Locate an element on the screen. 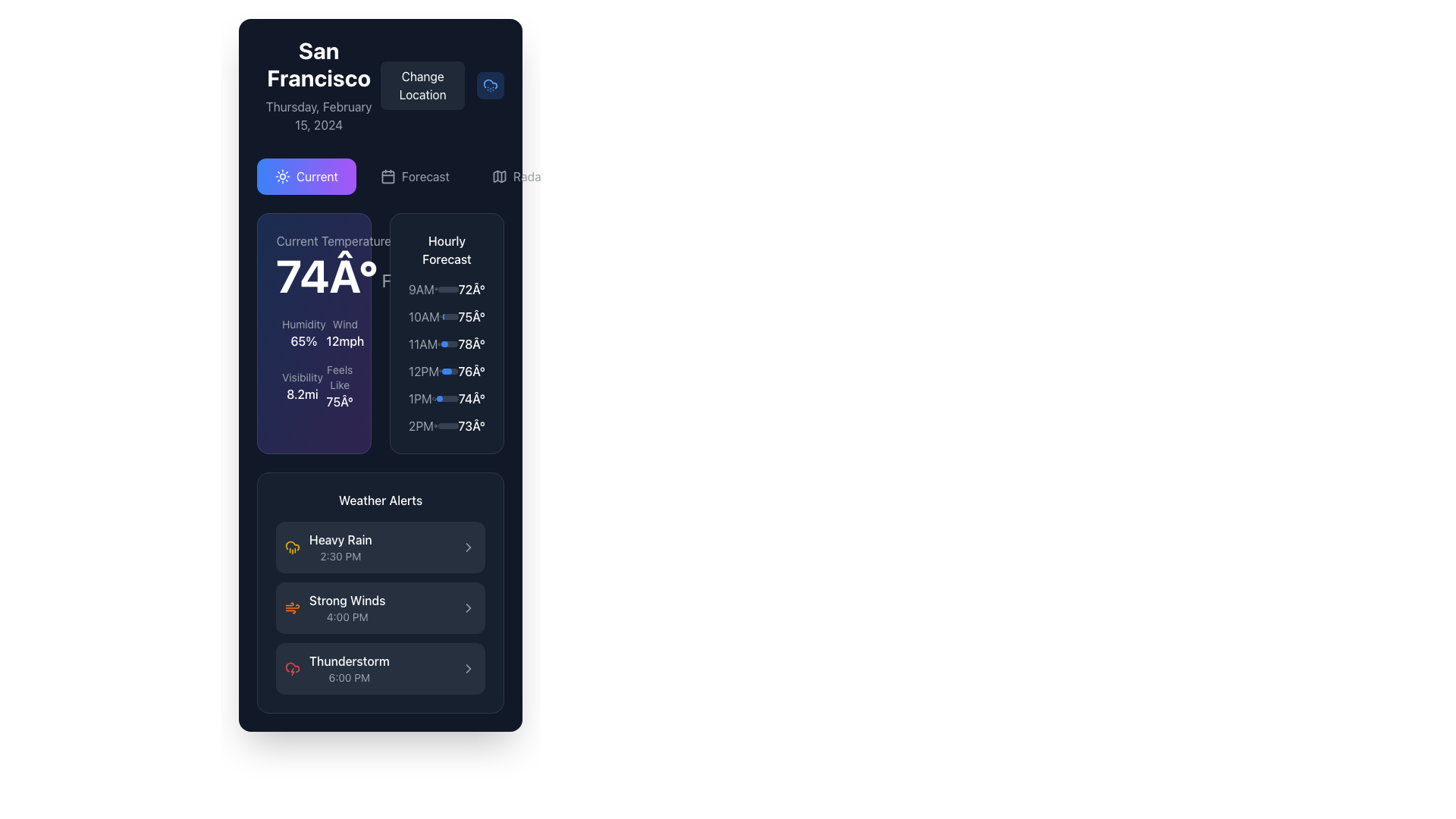 Image resolution: width=1456 pixels, height=819 pixels. the 'Visibility' label displayed in light gray font, located in the 'Current Temperature' section above the '8.2mi' value is located at coordinates (302, 376).